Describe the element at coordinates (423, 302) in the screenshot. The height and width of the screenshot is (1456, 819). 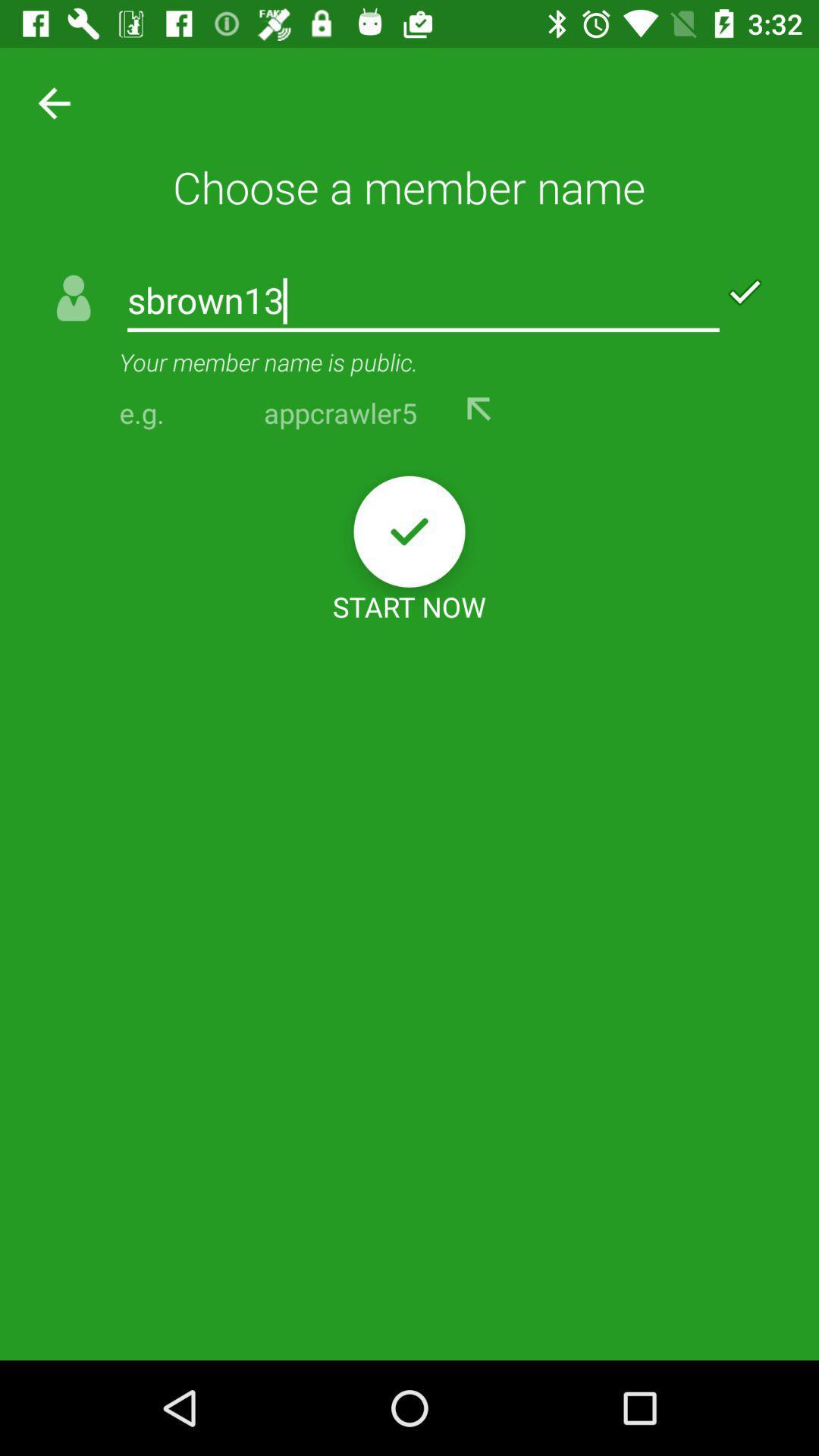
I see `icon above your member name` at that location.